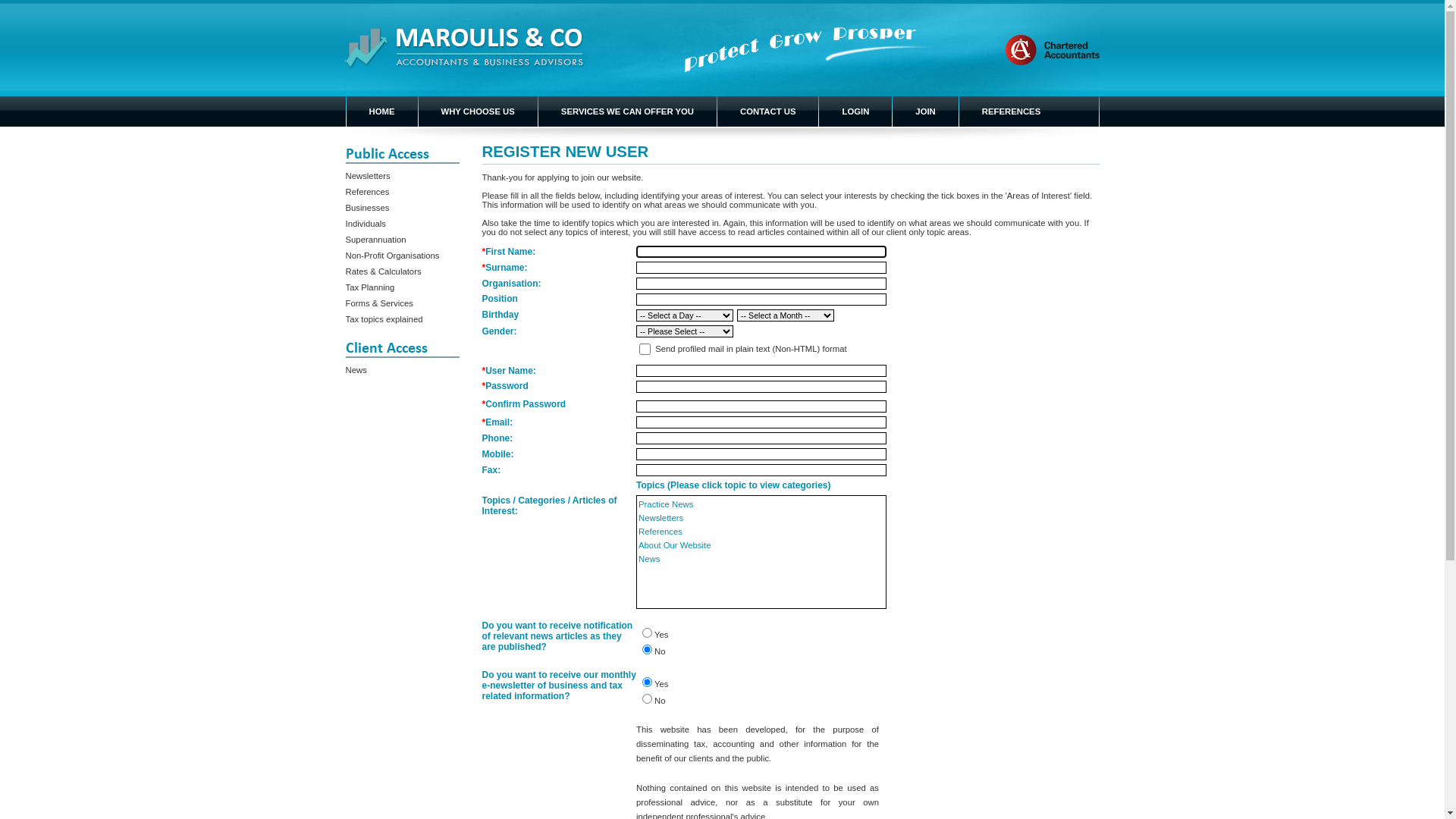 The width and height of the screenshot is (1456, 819). What do you see at coordinates (356, 370) in the screenshot?
I see `'News'` at bounding box center [356, 370].